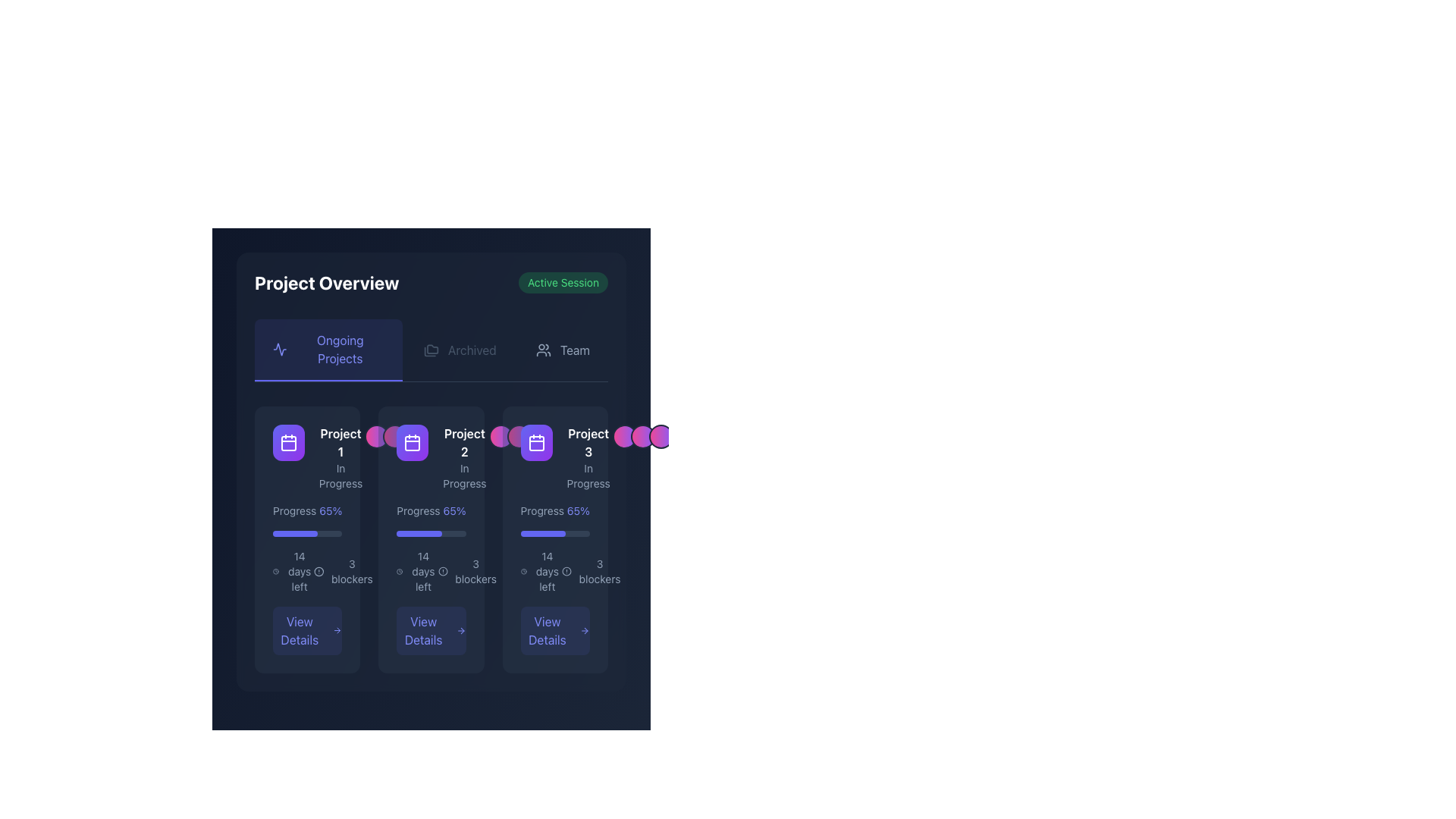 The image size is (1456, 819). What do you see at coordinates (441, 457) in the screenshot?
I see `the project card displaying its title and status, located in the middle column between 'Project 1' and 'Project 3' under the 'Ongoing Projects' section` at bounding box center [441, 457].